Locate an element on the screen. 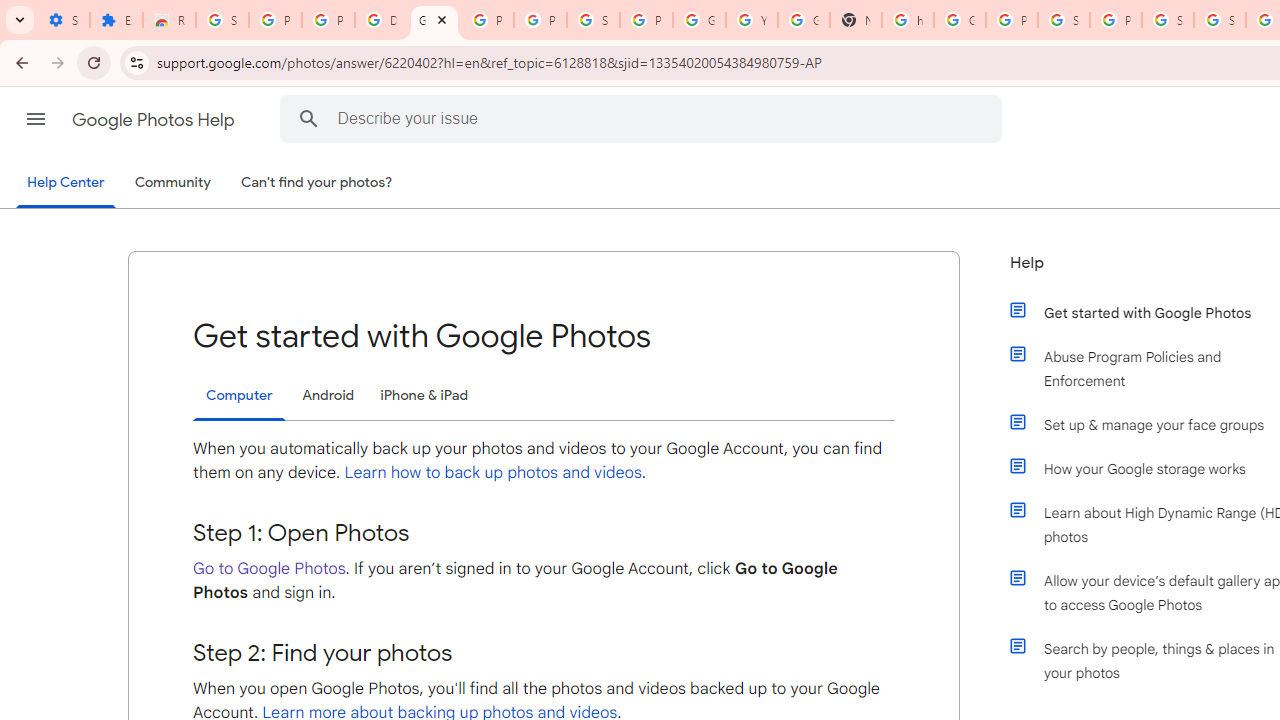  'Android' is located at coordinates (328, 395).